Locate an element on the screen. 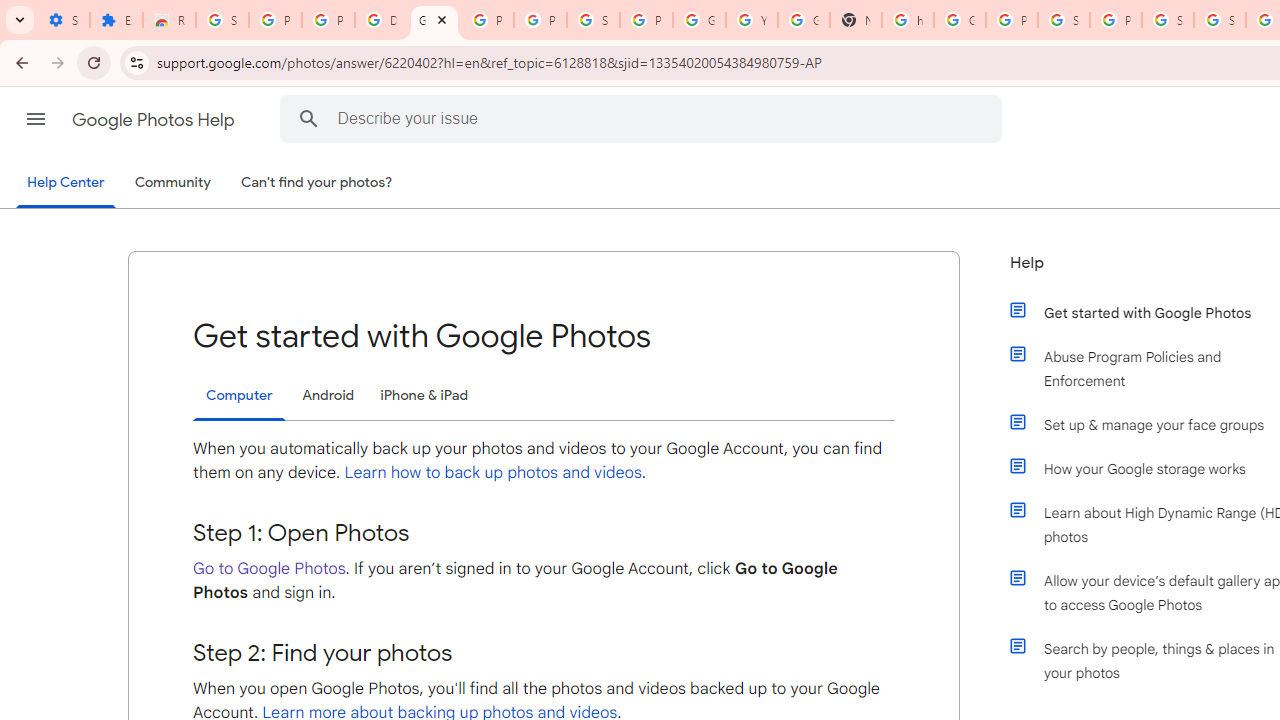  'Android' is located at coordinates (328, 395).